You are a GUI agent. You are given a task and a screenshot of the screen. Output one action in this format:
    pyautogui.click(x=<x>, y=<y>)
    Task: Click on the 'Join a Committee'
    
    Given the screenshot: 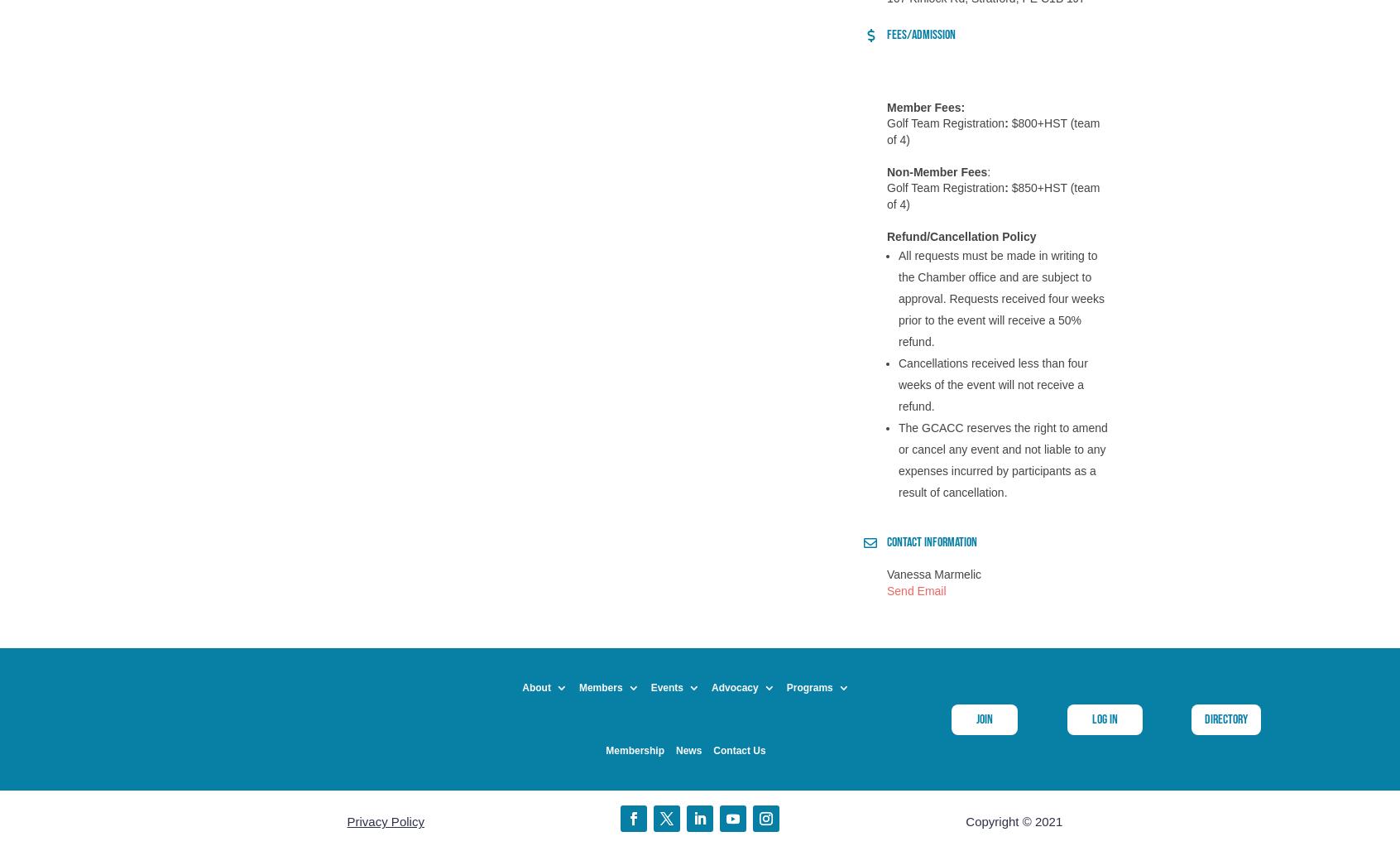 What is the action you would take?
    pyautogui.click(x=590, y=587)
    